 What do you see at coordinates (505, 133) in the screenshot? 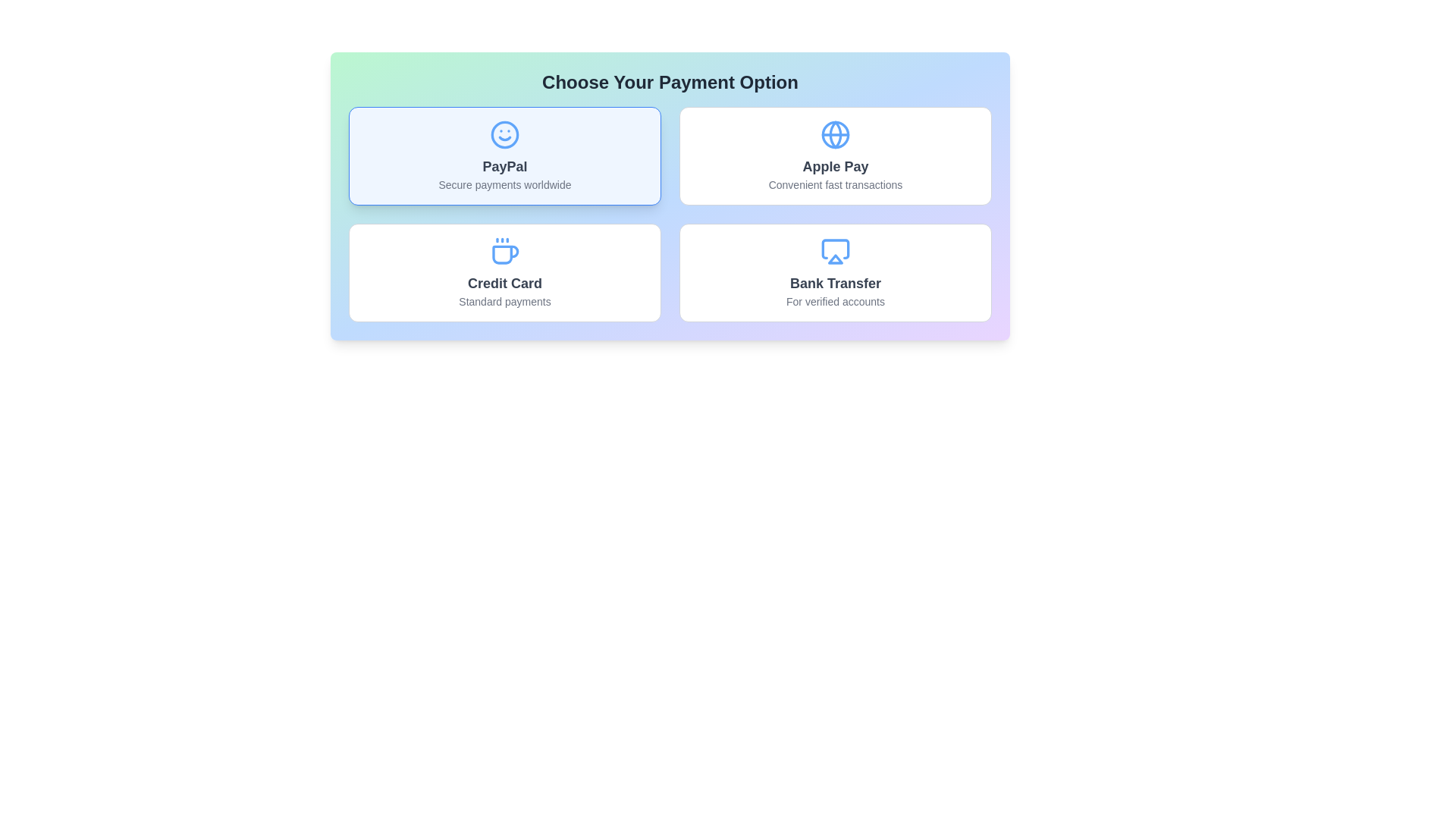
I see `the central circular component of the smiley face icon representing the 'PayPal' payment option in the 'Choose Your Payment Option' interface` at bounding box center [505, 133].